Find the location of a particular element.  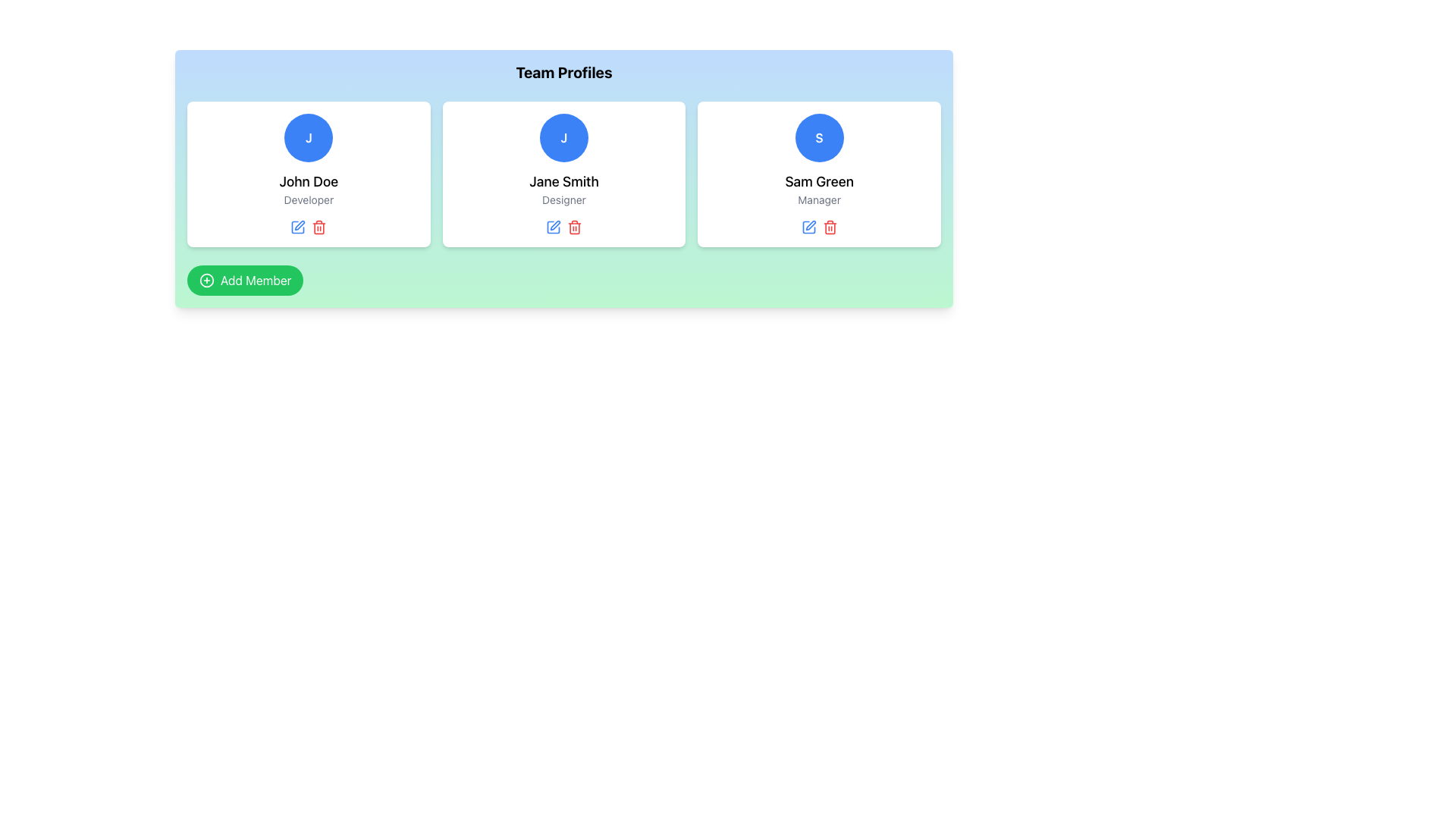

the Avatar representing the user at the top center of the card labeled 'John Doe - Developer' in the 'Team Profiles' section is located at coordinates (308, 137).